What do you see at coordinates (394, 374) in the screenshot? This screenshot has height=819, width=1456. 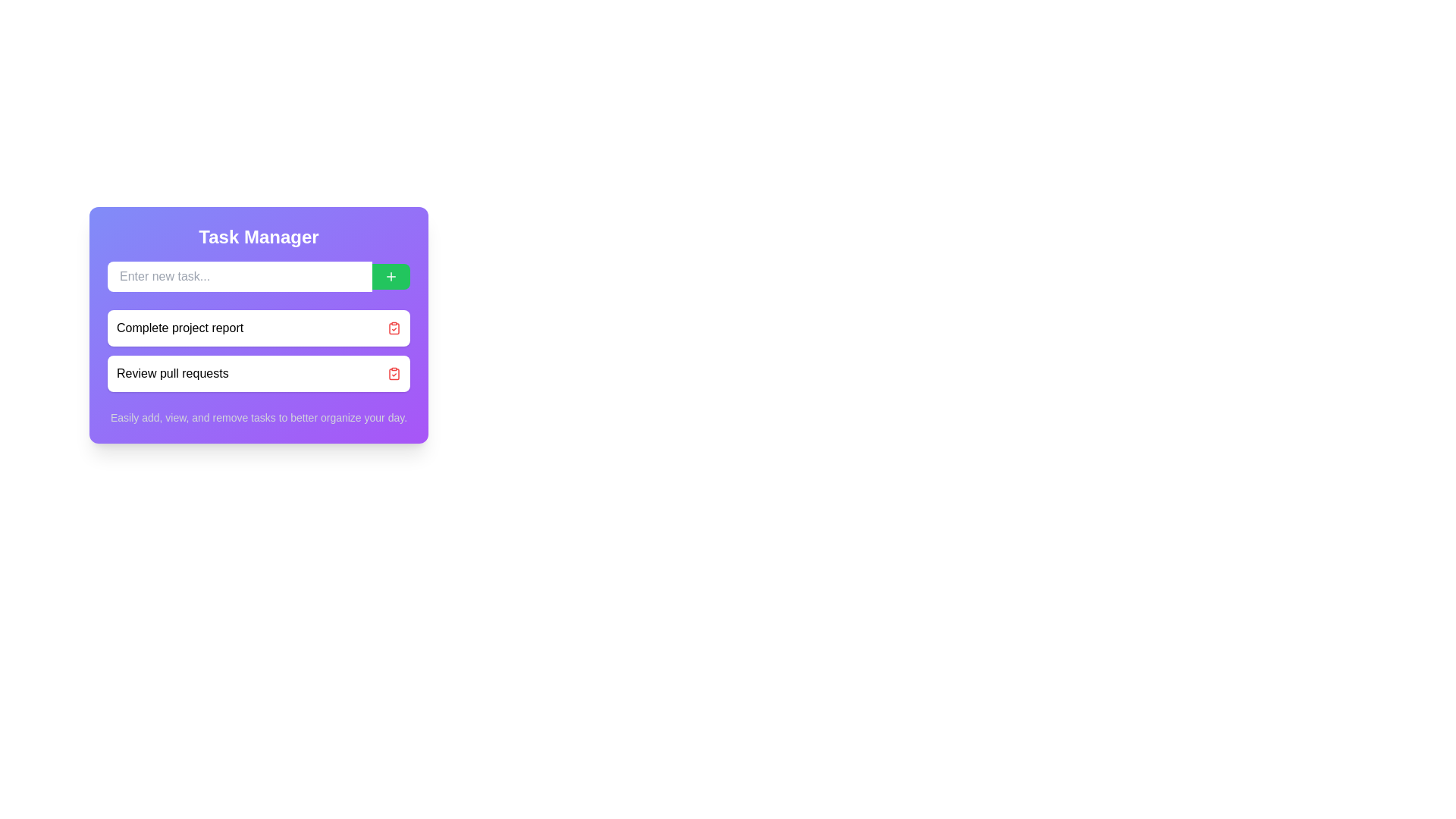 I see `the interactive button located in the second row of the task list, aligned to the right side, adjacent to the text 'Review pull requests'` at bounding box center [394, 374].